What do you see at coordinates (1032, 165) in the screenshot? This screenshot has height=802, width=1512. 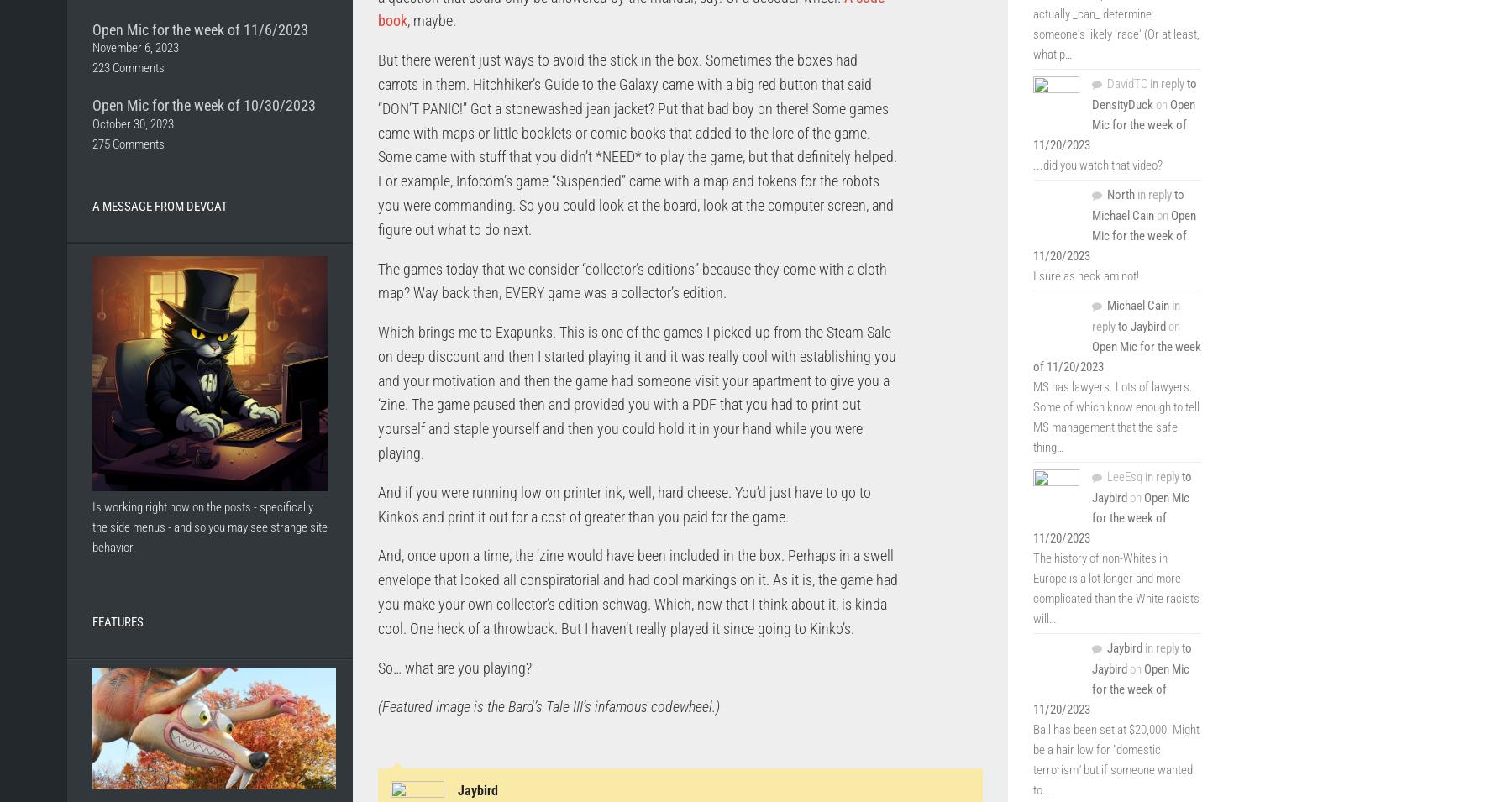 I see `'...did you watch that video?'` at bounding box center [1032, 165].